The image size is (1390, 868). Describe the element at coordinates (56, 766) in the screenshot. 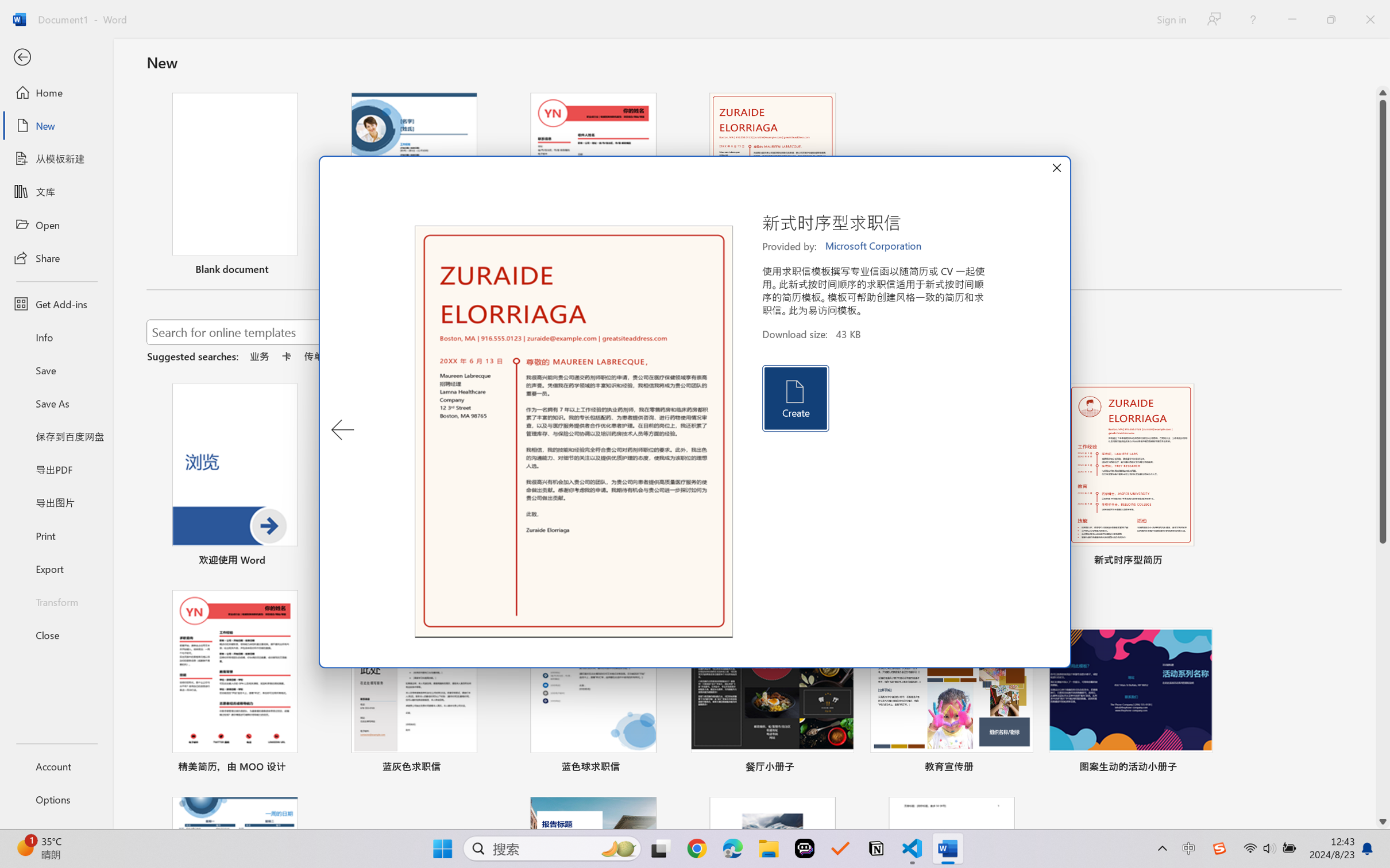

I see `'Account'` at that location.